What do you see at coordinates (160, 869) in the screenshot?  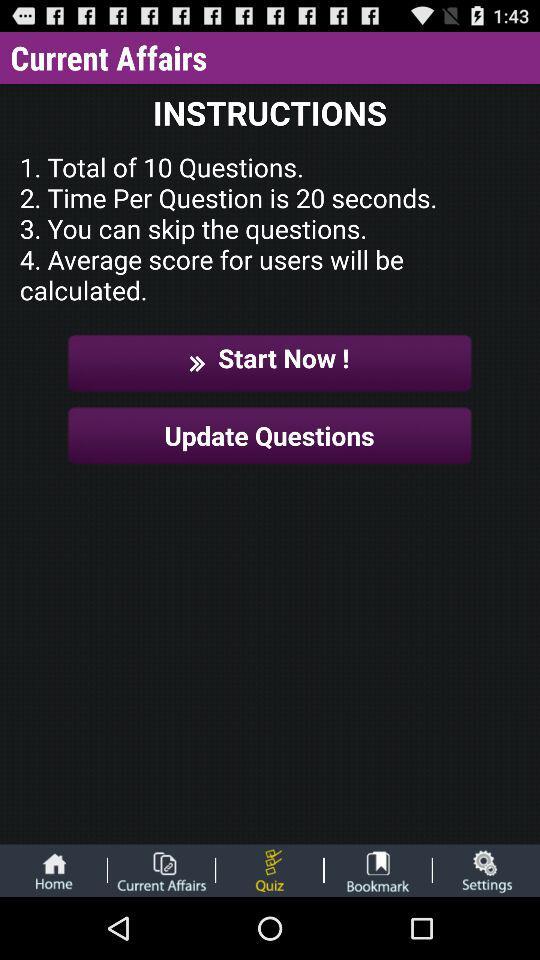 I see `open file` at bounding box center [160, 869].